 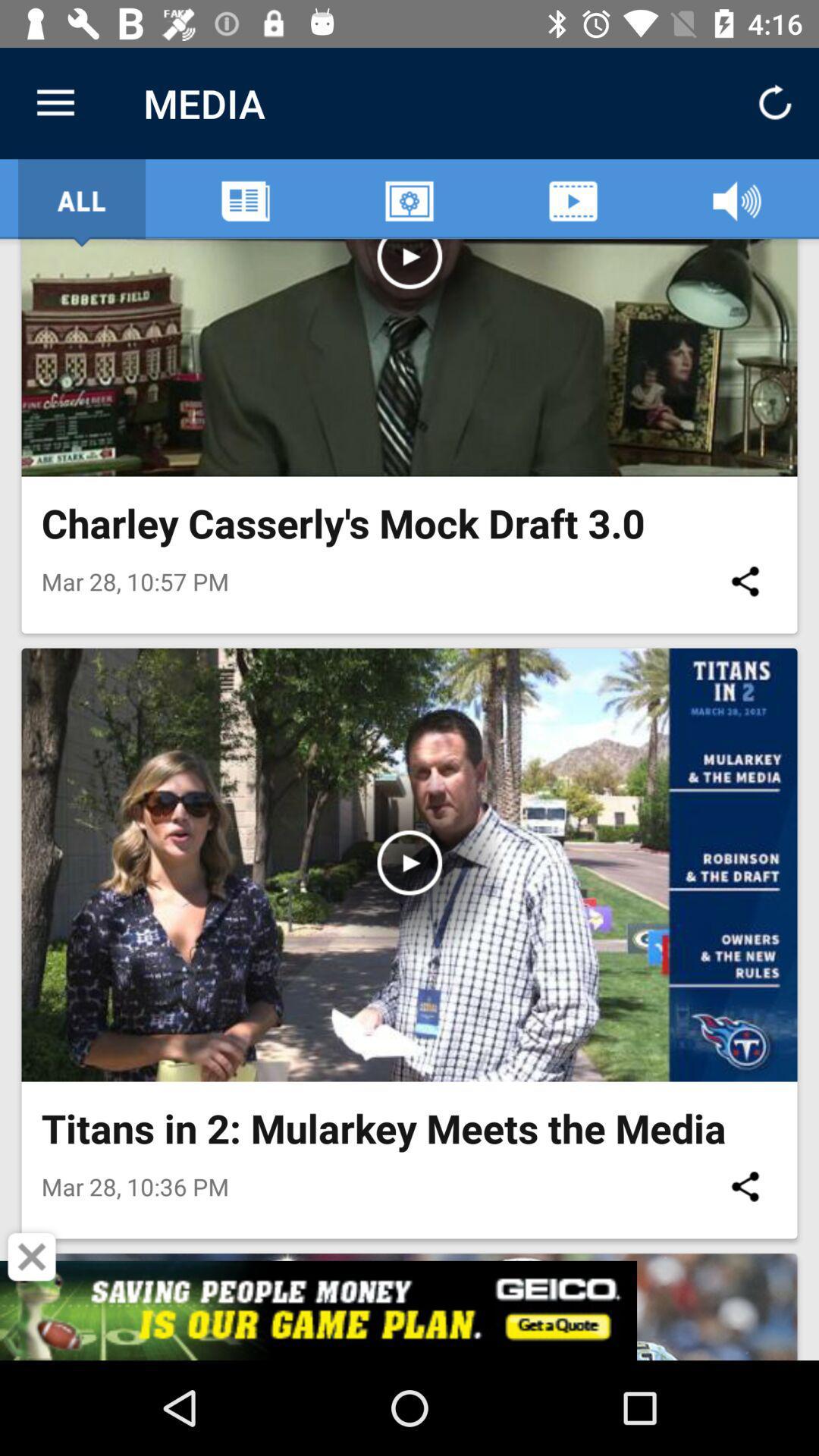 I want to click on item to the left of media icon, so click(x=55, y=102).